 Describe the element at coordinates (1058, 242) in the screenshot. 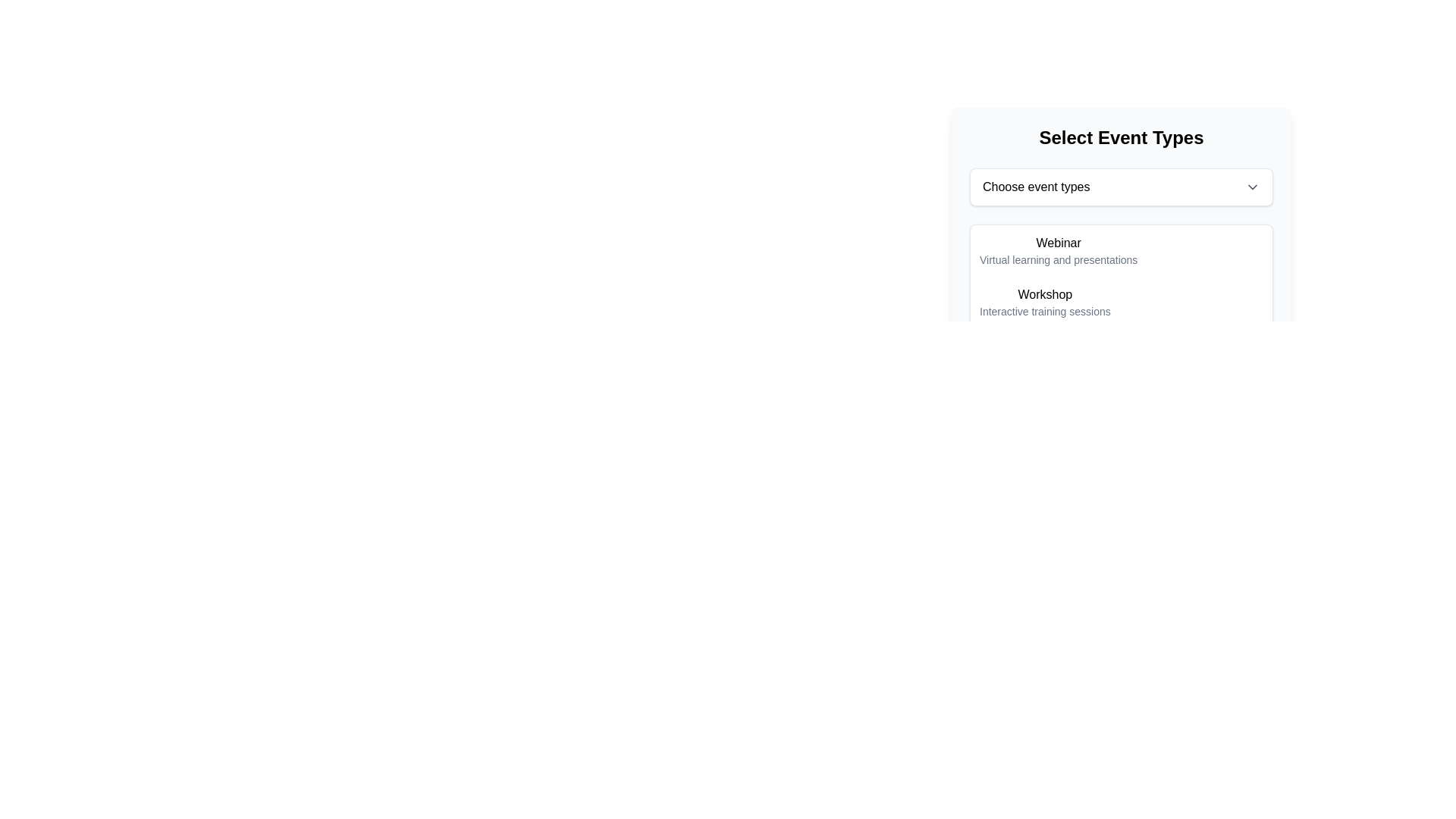

I see `the 'Webinar' label which displays the word in a medium-weight black font on a white background, positioned above the descriptive text in the dropdown under 'Select Event Types'` at that location.